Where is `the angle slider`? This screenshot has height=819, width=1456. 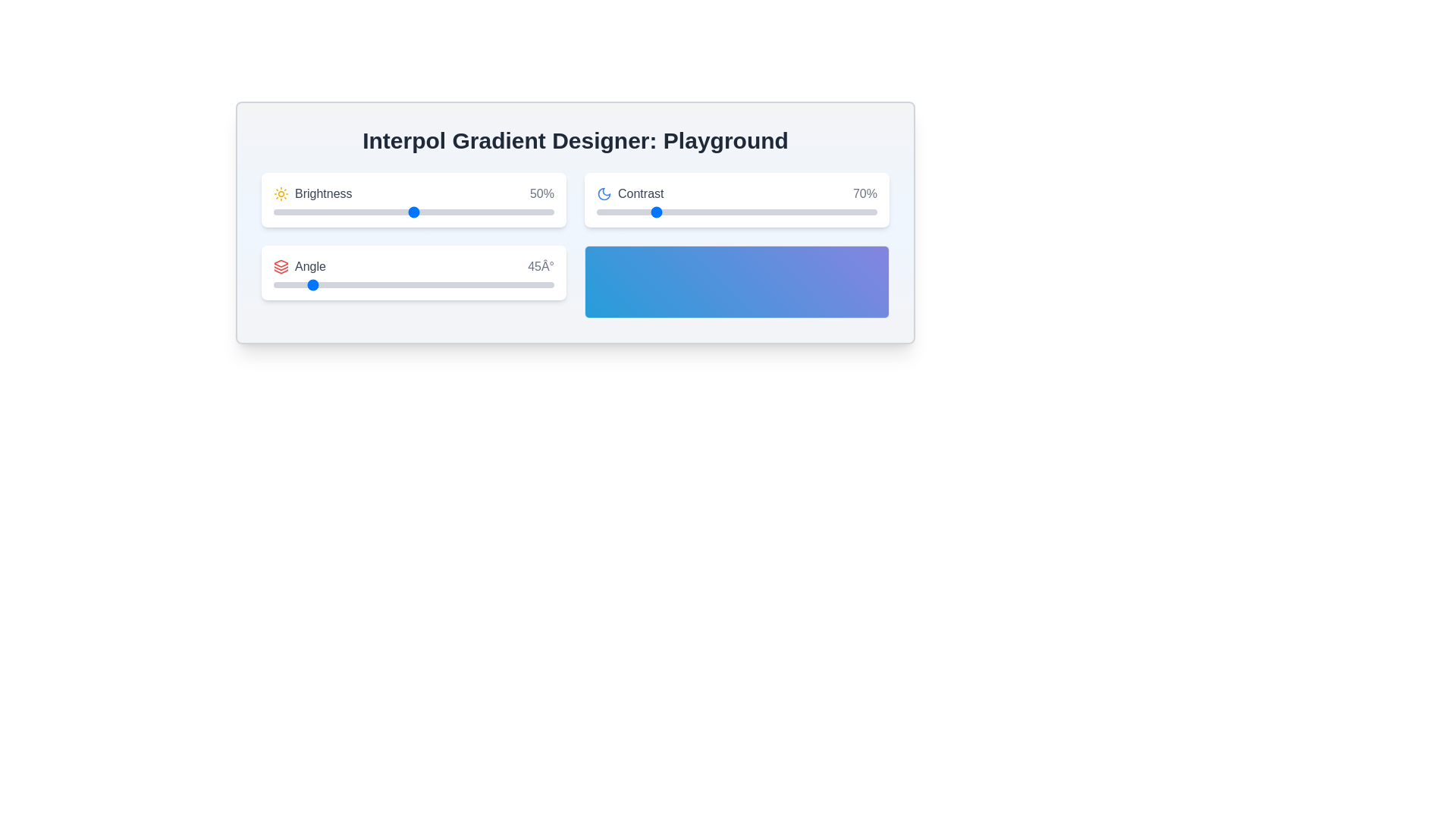 the angle slider is located at coordinates (395, 284).